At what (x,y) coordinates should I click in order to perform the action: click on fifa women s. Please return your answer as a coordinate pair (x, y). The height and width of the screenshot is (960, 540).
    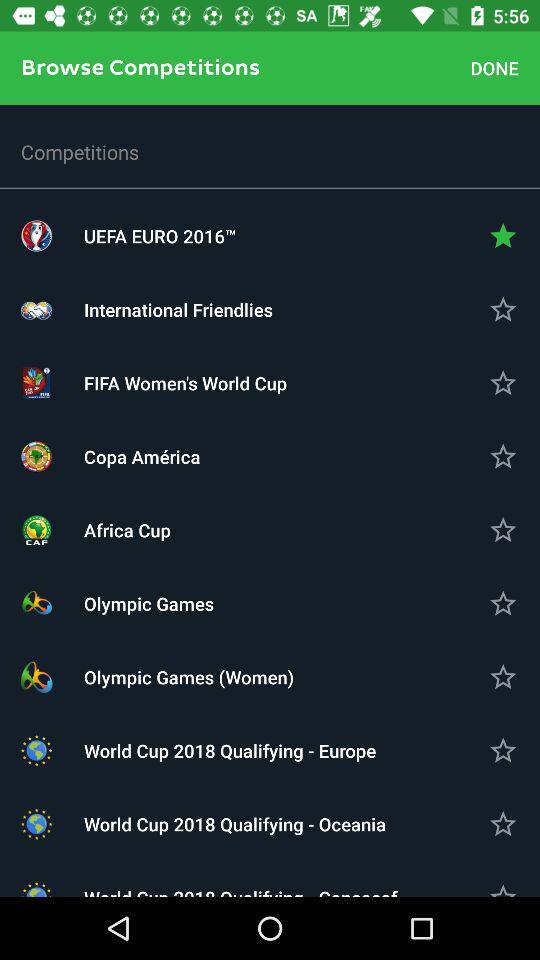
    Looking at the image, I should click on (270, 382).